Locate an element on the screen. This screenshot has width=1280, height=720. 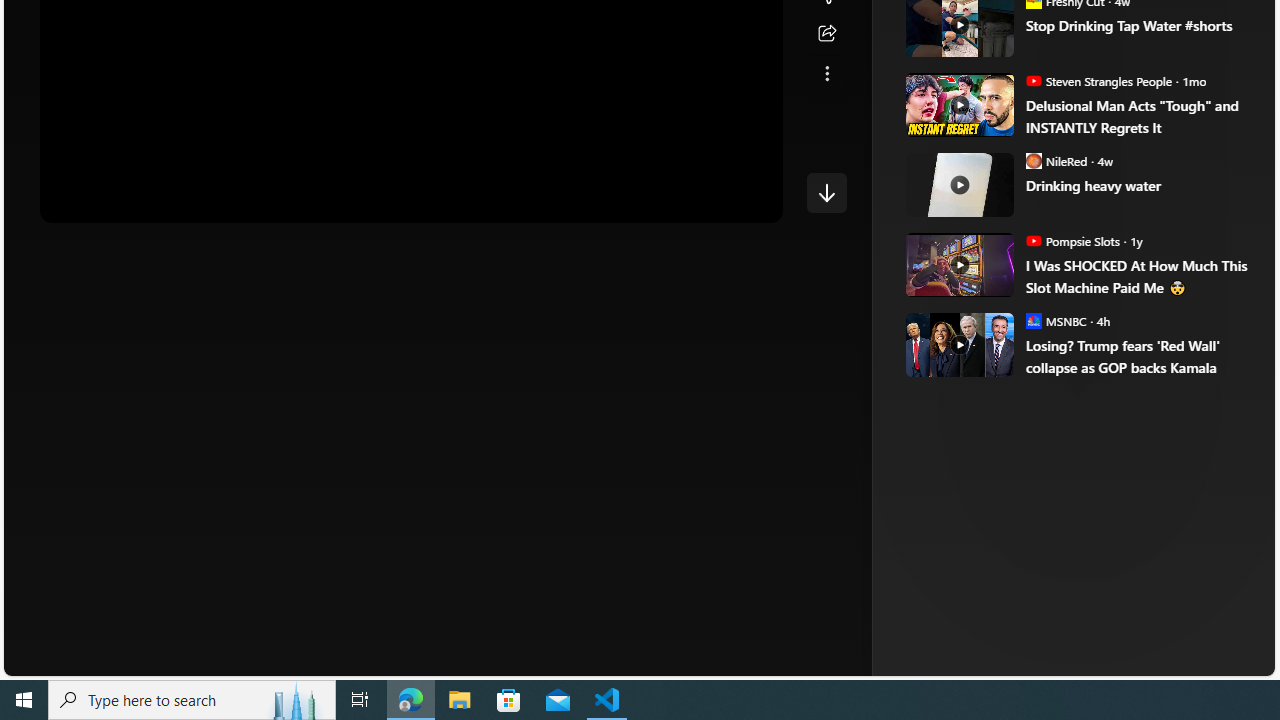
'MSNBC' is located at coordinates (1033, 319).